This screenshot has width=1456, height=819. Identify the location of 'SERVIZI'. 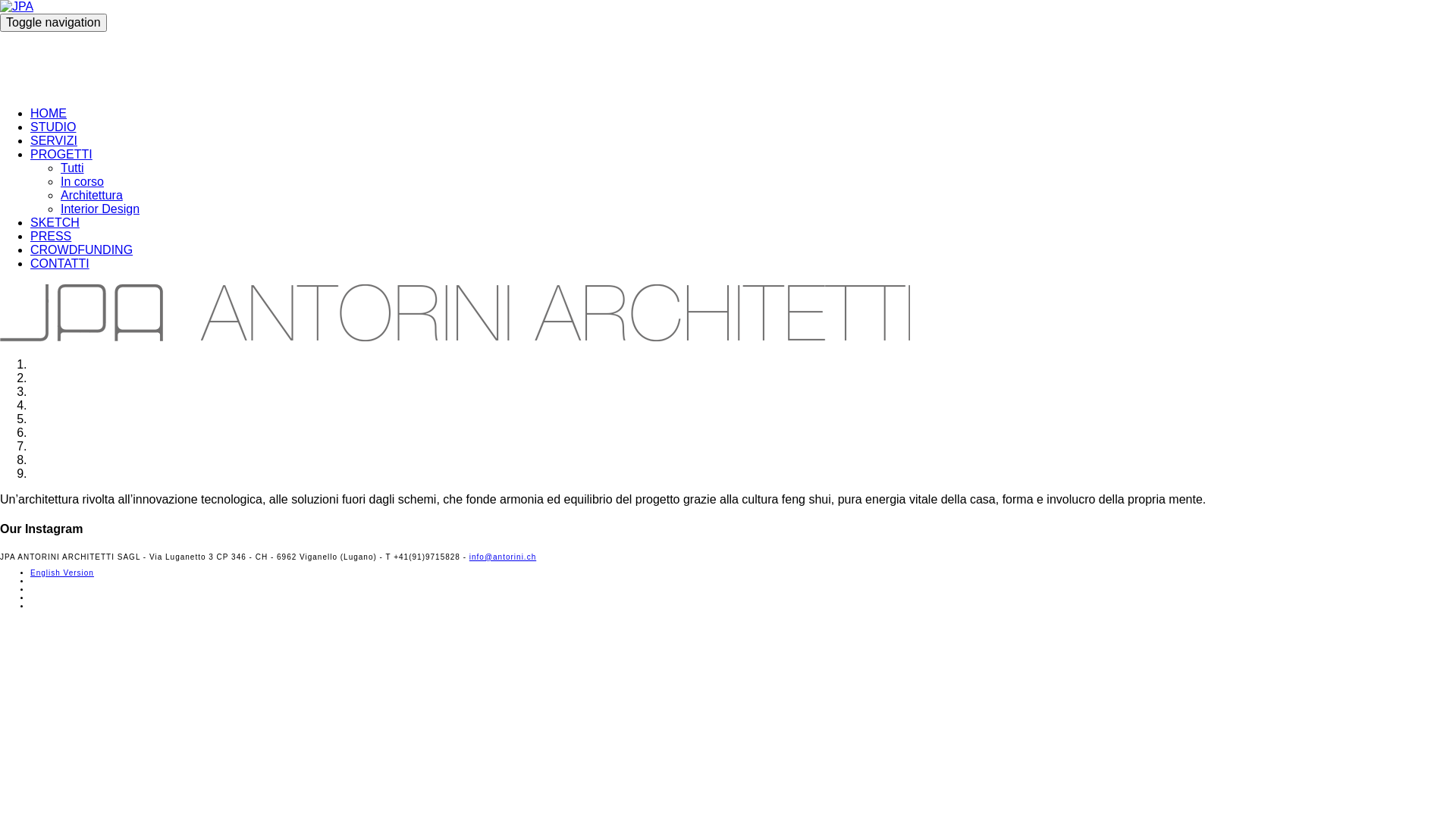
(54, 140).